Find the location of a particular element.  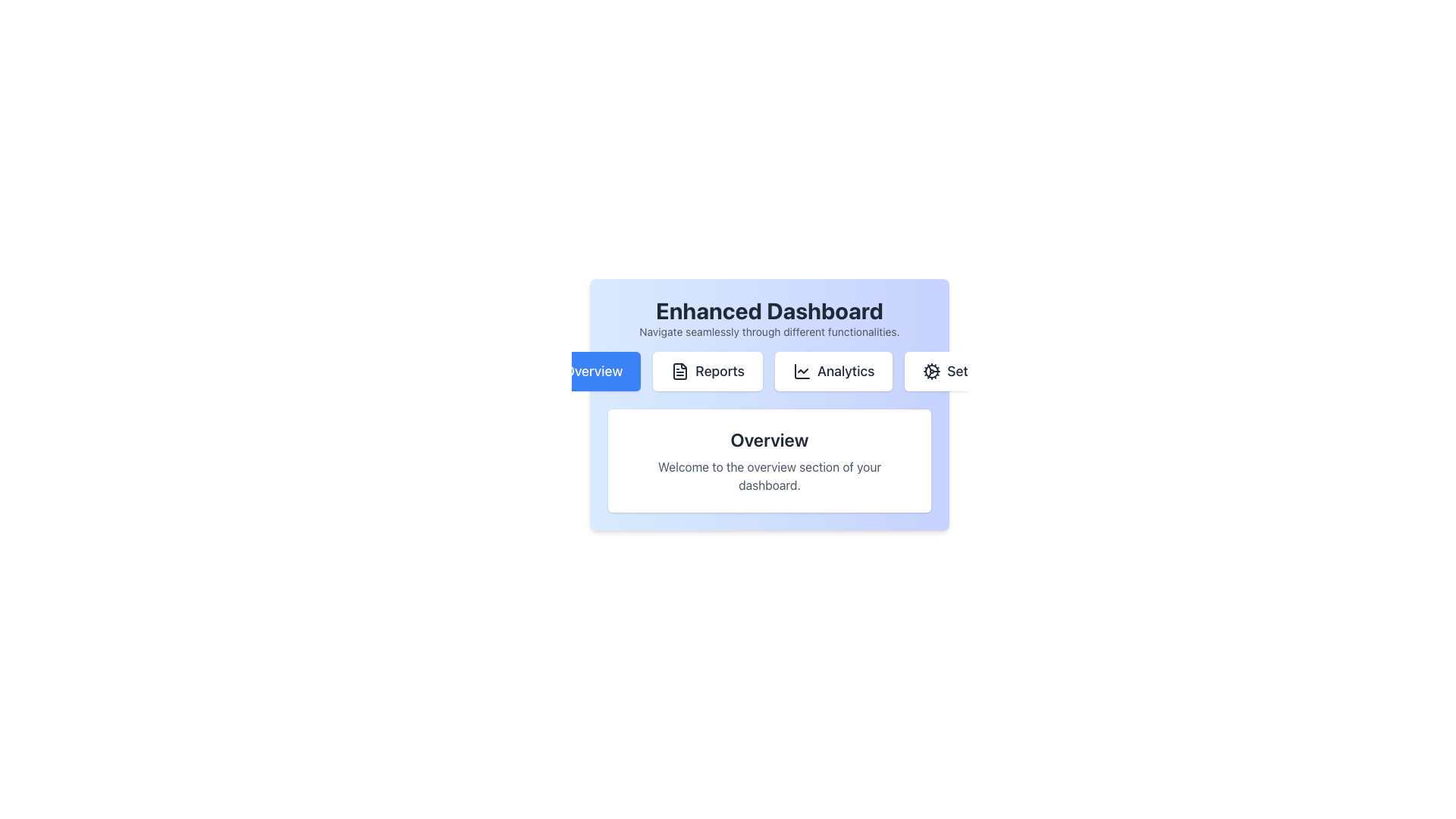

the navigation button that directs the user to the 'Overview' section of the application, located in the upper middle portion of the light blue panel is located at coordinates (580, 371).